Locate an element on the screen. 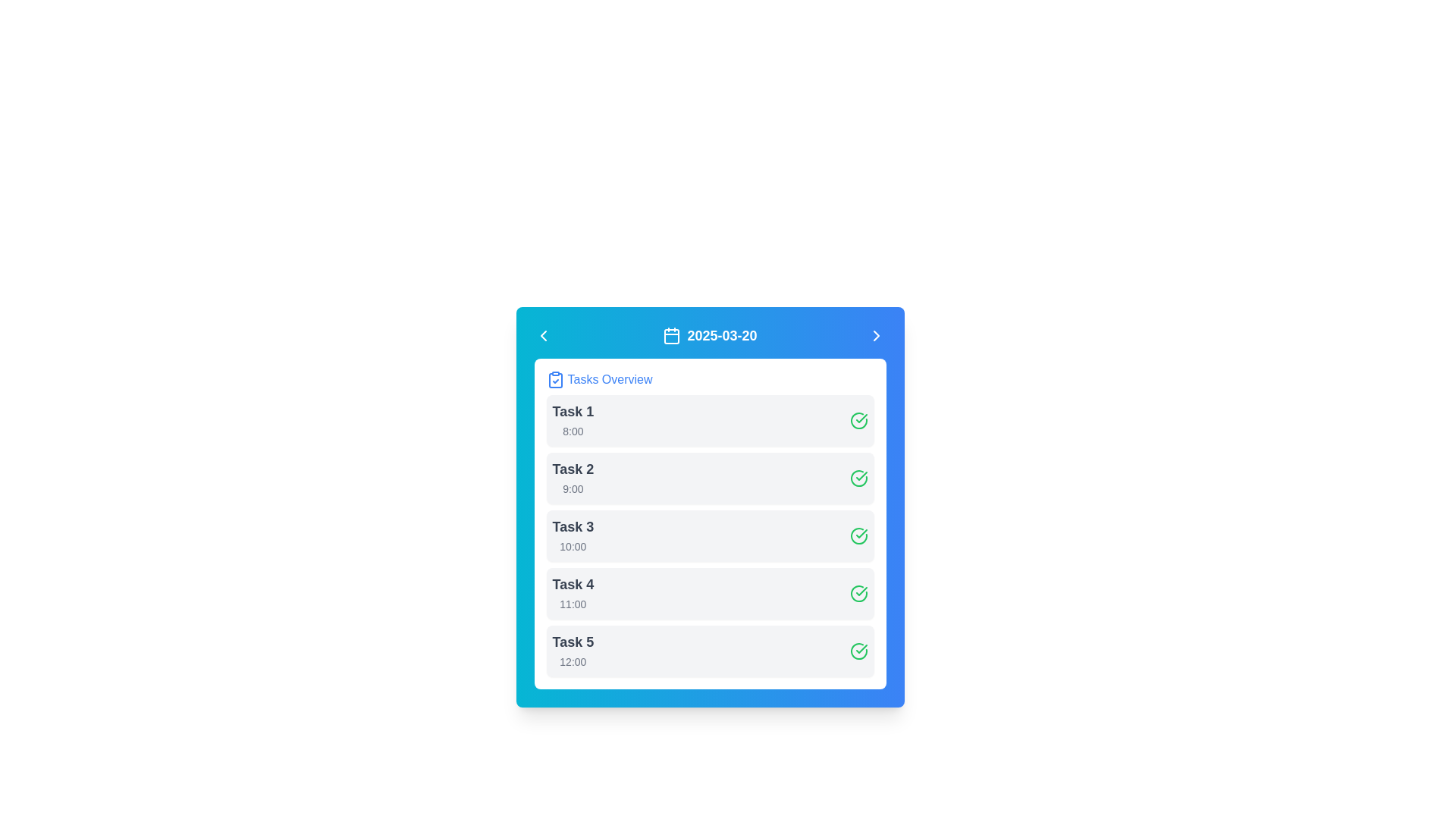 The width and height of the screenshot is (1456, 819). the 'Task 2' list item, which has a light gray background and a green checkmark icon is located at coordinates (709, 479).